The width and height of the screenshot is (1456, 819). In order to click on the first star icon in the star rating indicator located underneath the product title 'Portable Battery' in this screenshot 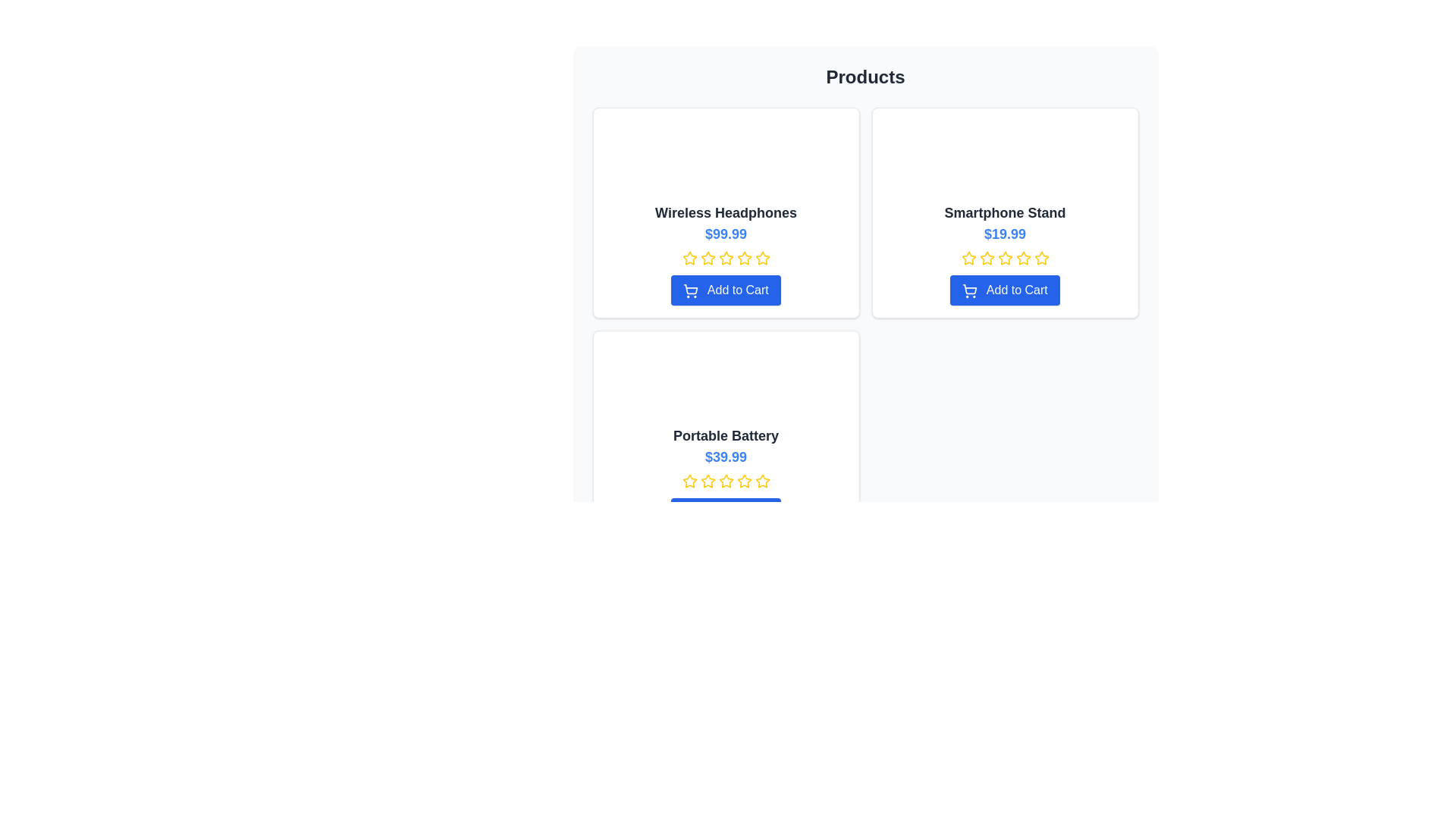, I will do `click(689, 482)`.